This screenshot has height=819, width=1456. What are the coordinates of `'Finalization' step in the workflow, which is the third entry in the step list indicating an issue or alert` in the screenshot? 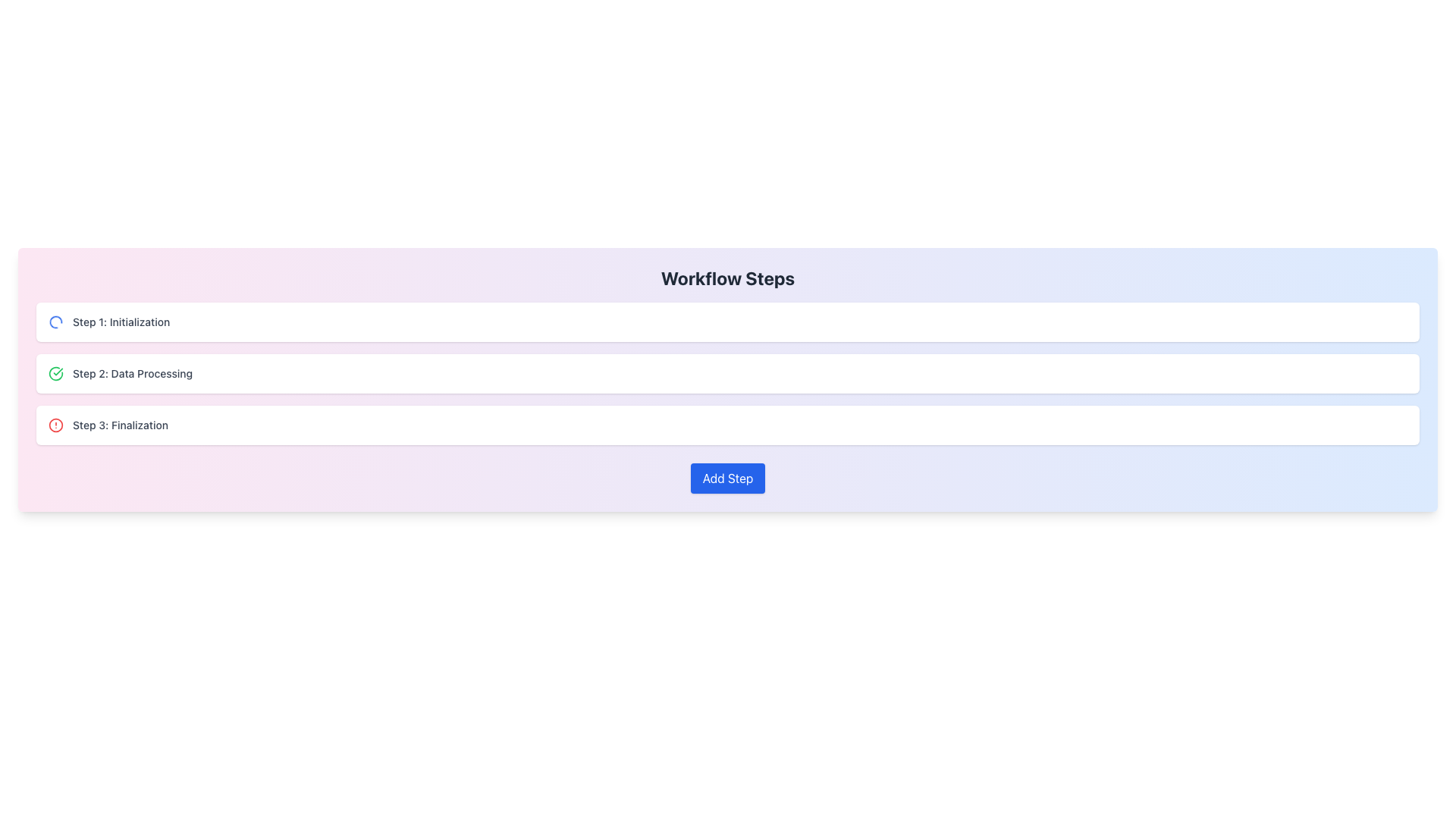 It's located at (108, 425).